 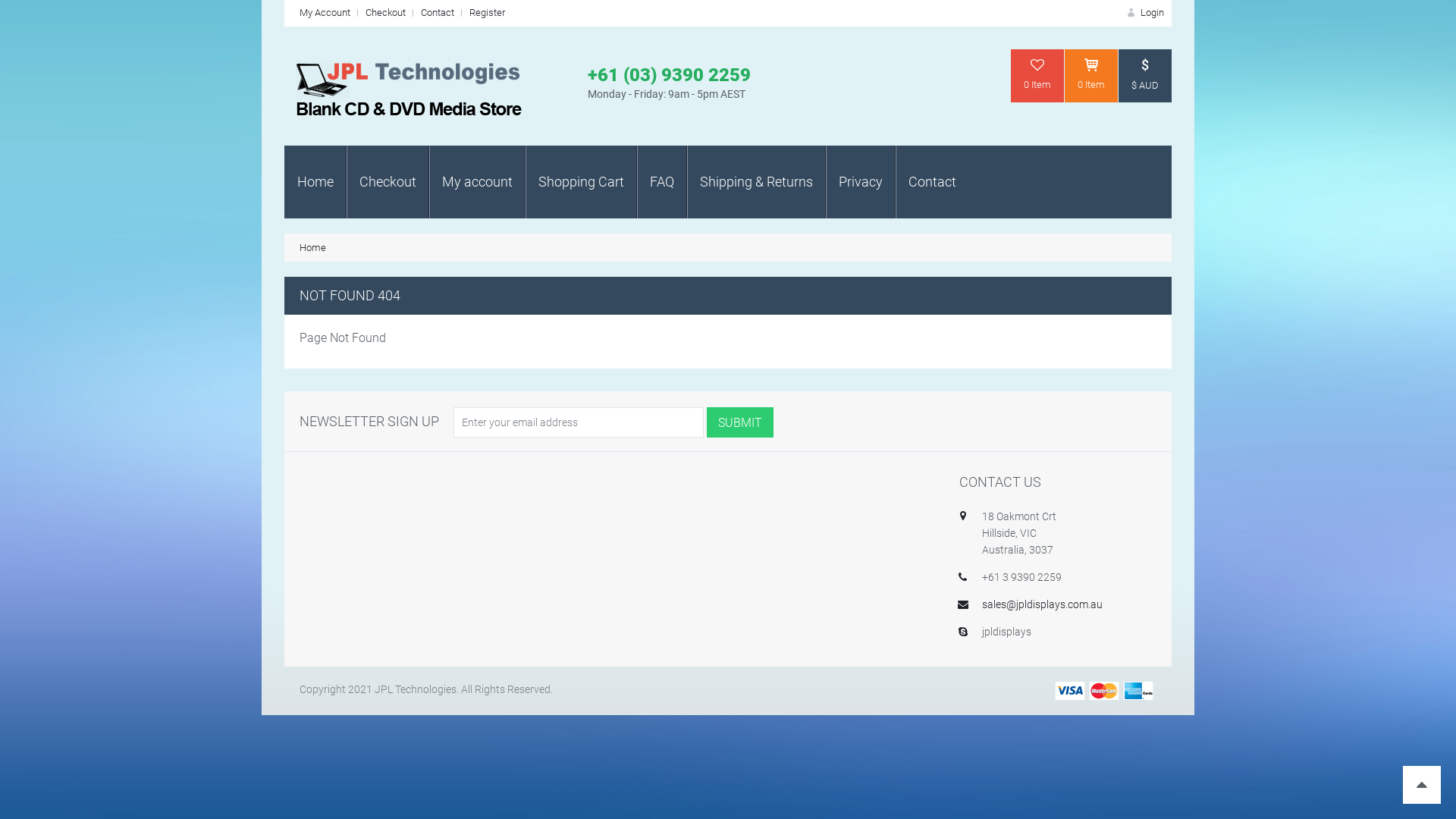 What do you see at coordinates (982, 604) in the screenshot?
I see `'sales@jpldisplays.com.au'` at bounding box center [982, 604].